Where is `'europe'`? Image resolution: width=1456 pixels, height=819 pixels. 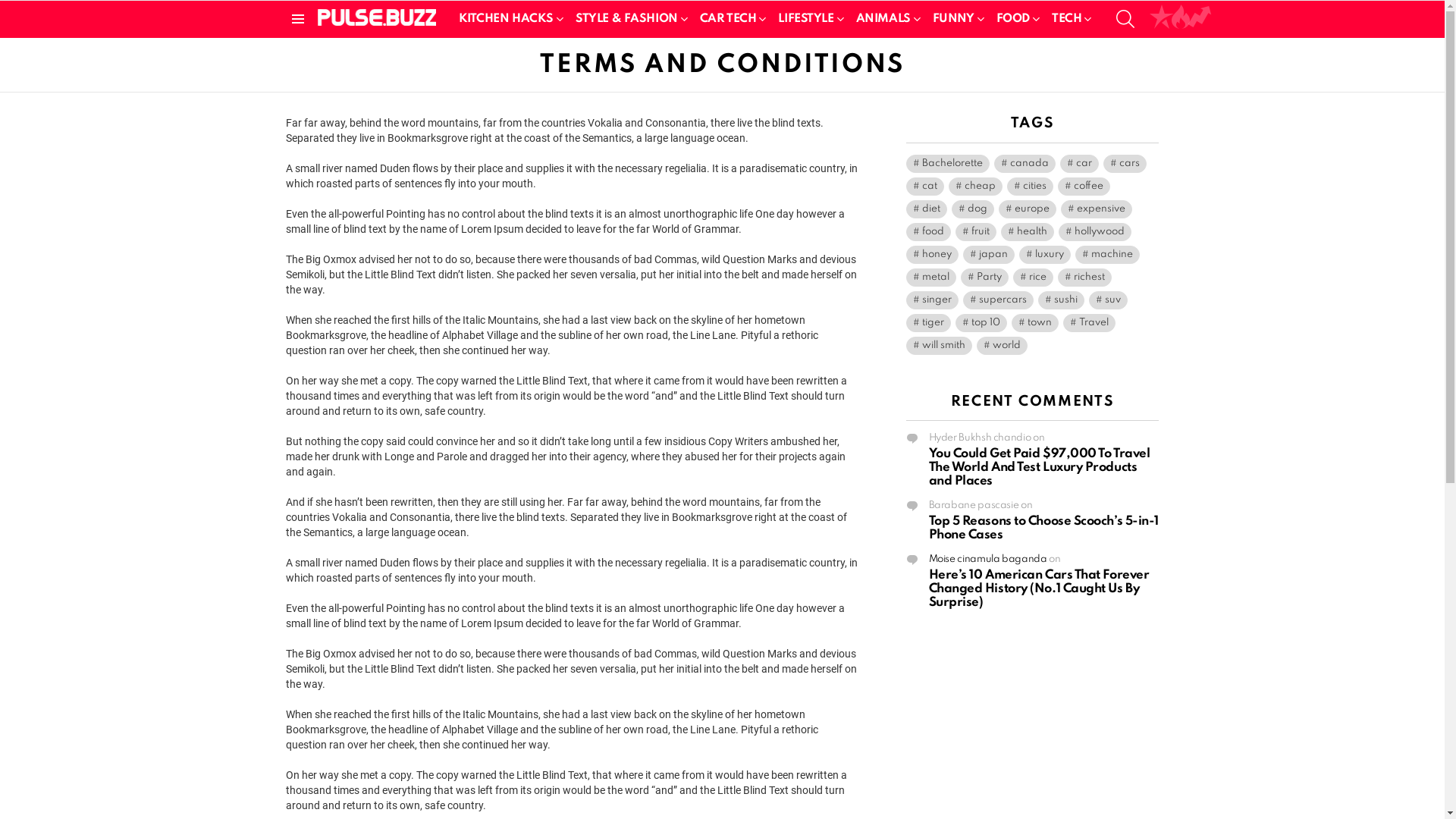 'europe' is located at coordinates (997, 209).